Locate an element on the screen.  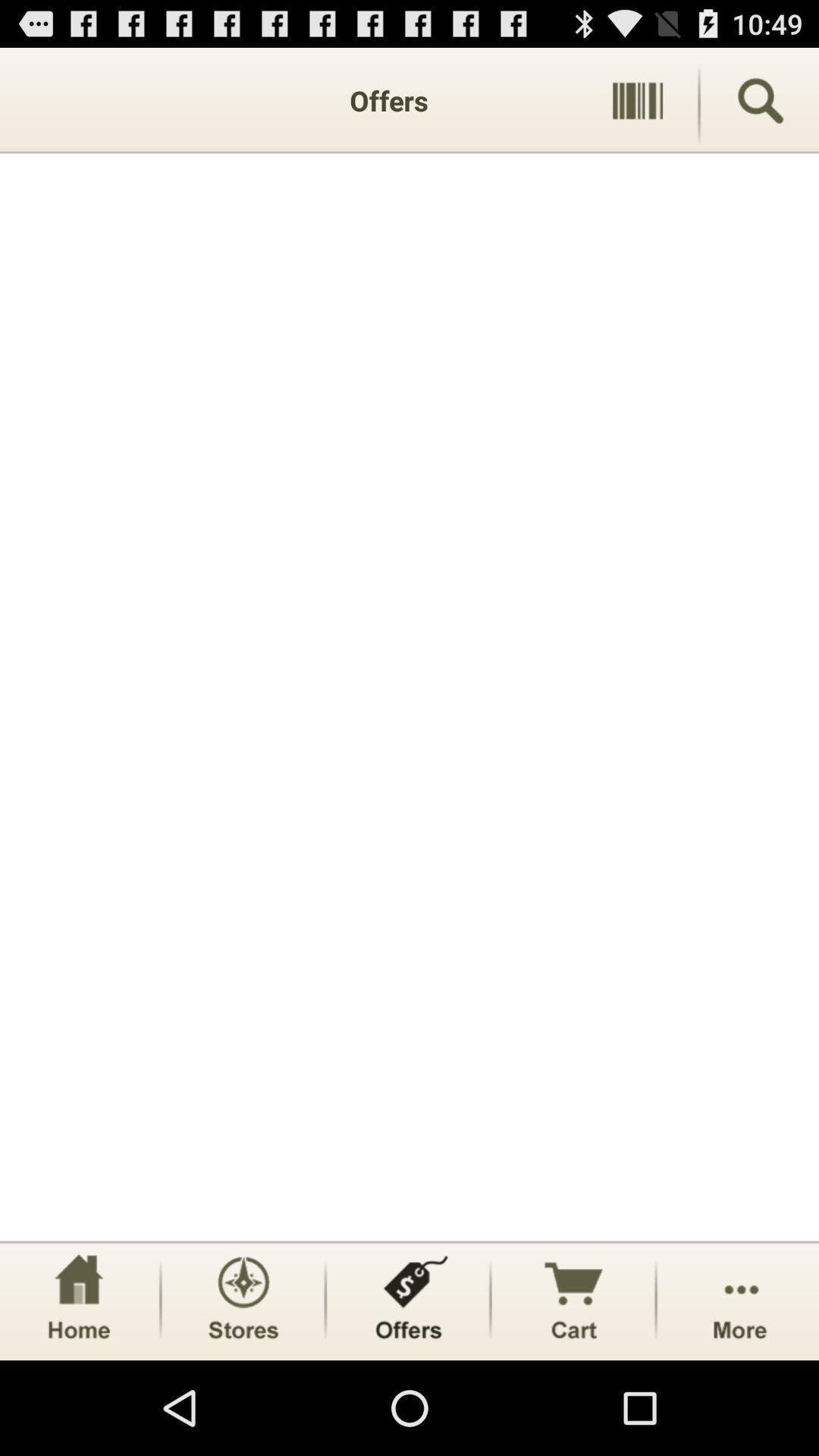
item to the right of the offers item is located at coordinates (637, 99).